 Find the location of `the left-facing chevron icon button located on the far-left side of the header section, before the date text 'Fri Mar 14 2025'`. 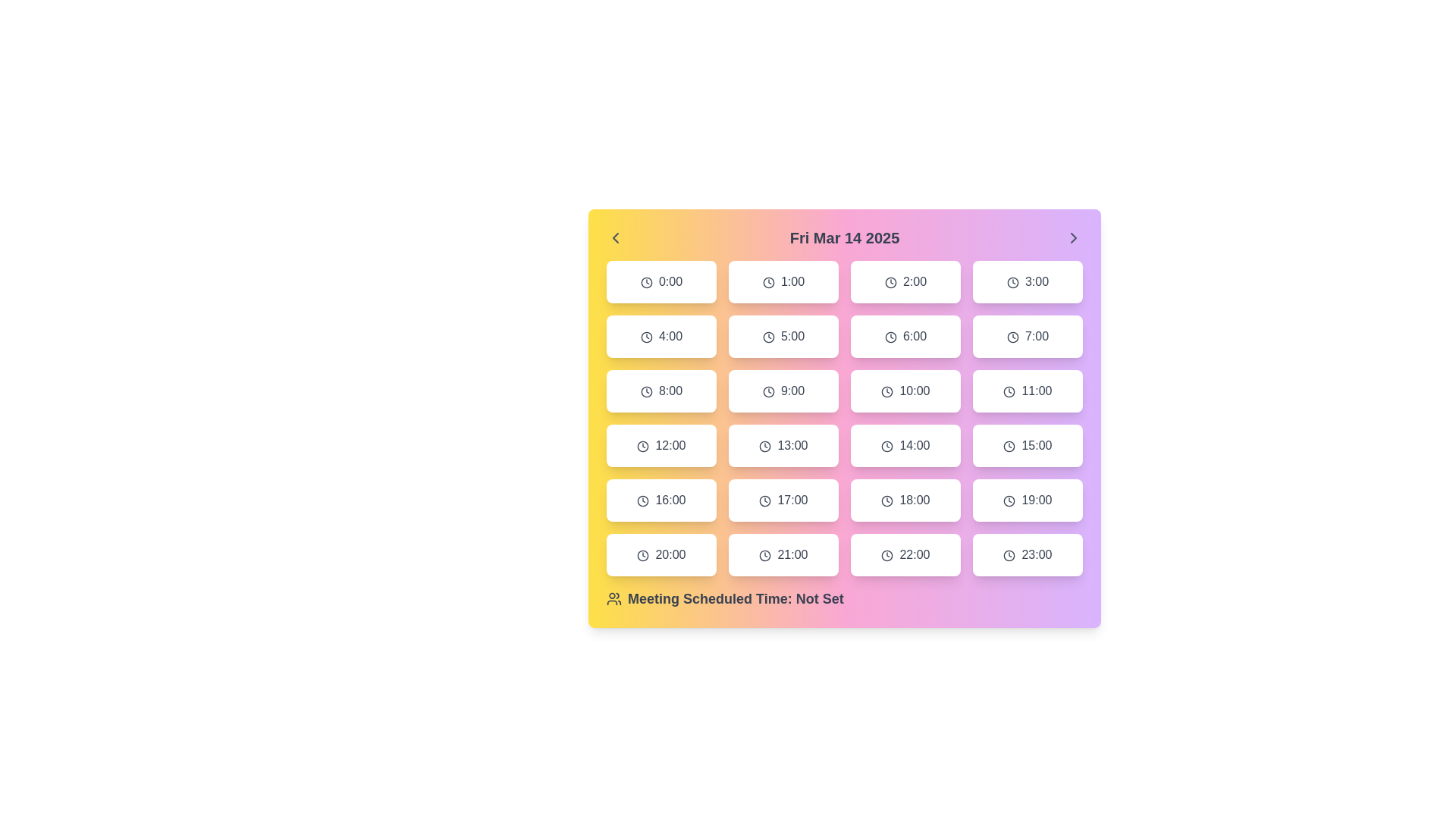

the left-facing chevron icon button located on the far-left side of the header section, before the date text 'Fri Mar 14 2025' is located at coordinates (615, 237).